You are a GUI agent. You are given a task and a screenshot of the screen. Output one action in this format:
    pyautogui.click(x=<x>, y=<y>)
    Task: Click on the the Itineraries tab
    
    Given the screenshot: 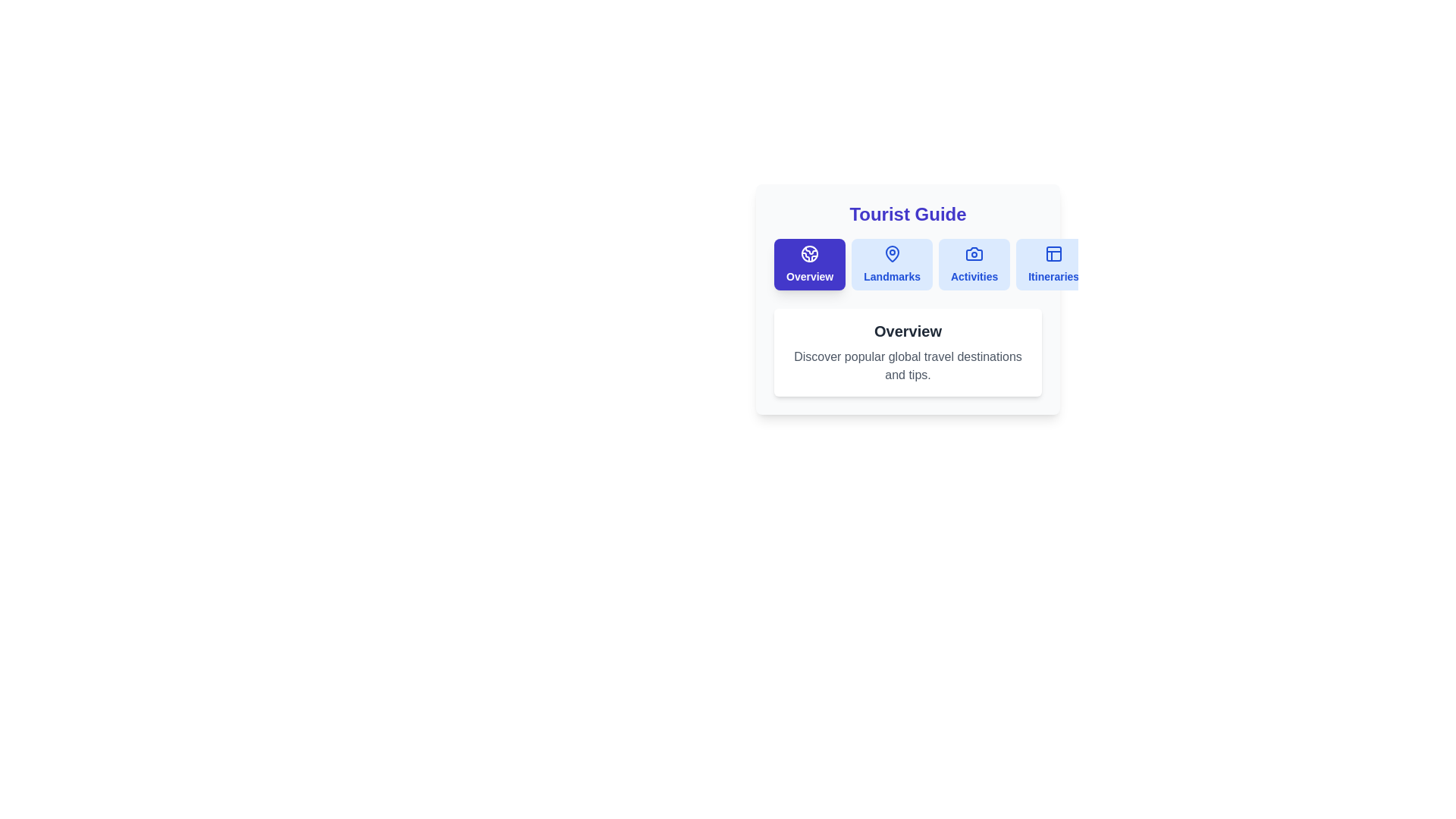 What is the action you would take?
    pyautogui.click(x=1052, y=263)
    